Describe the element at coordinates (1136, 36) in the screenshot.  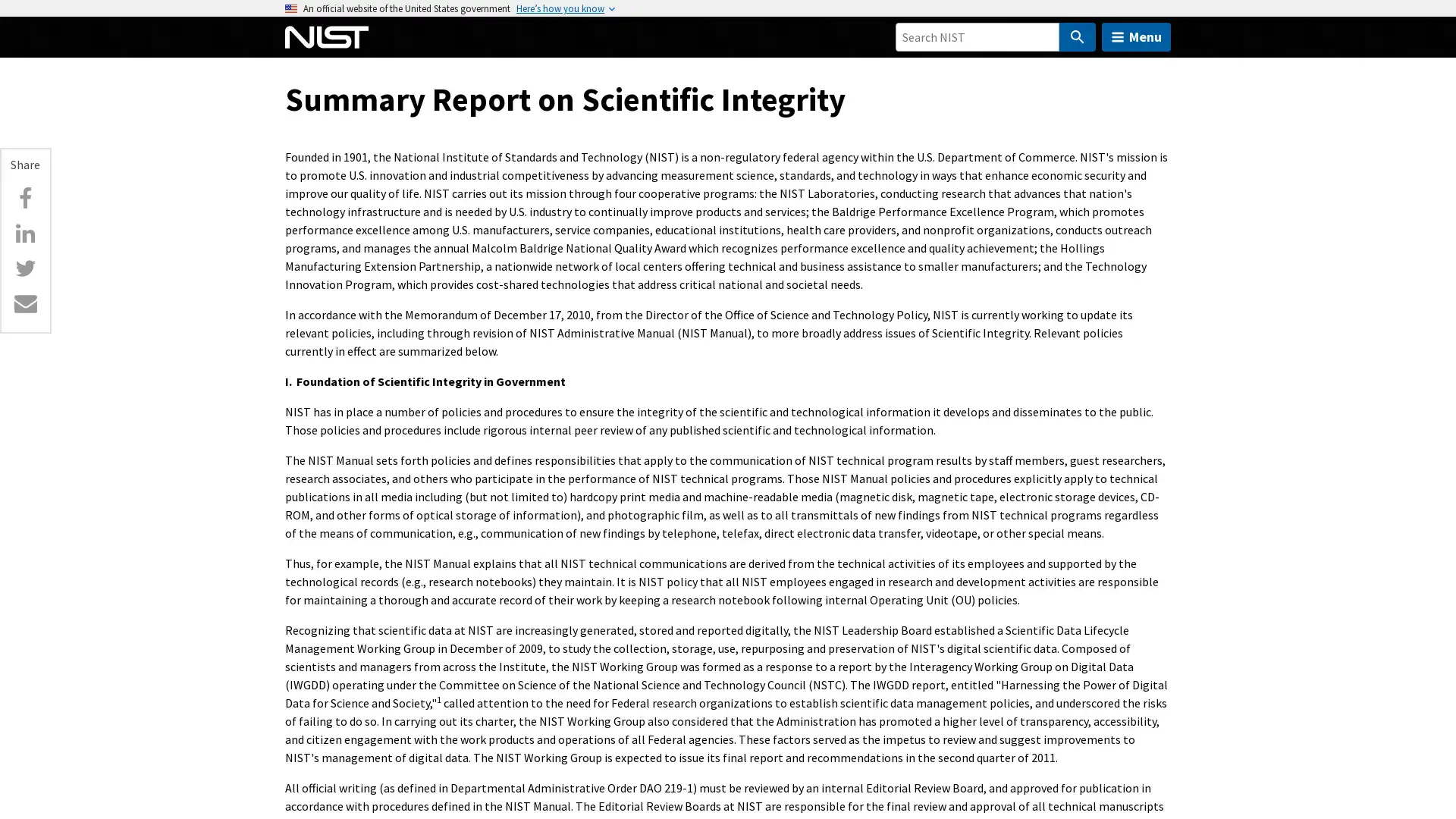
I see `Menu` at that location.